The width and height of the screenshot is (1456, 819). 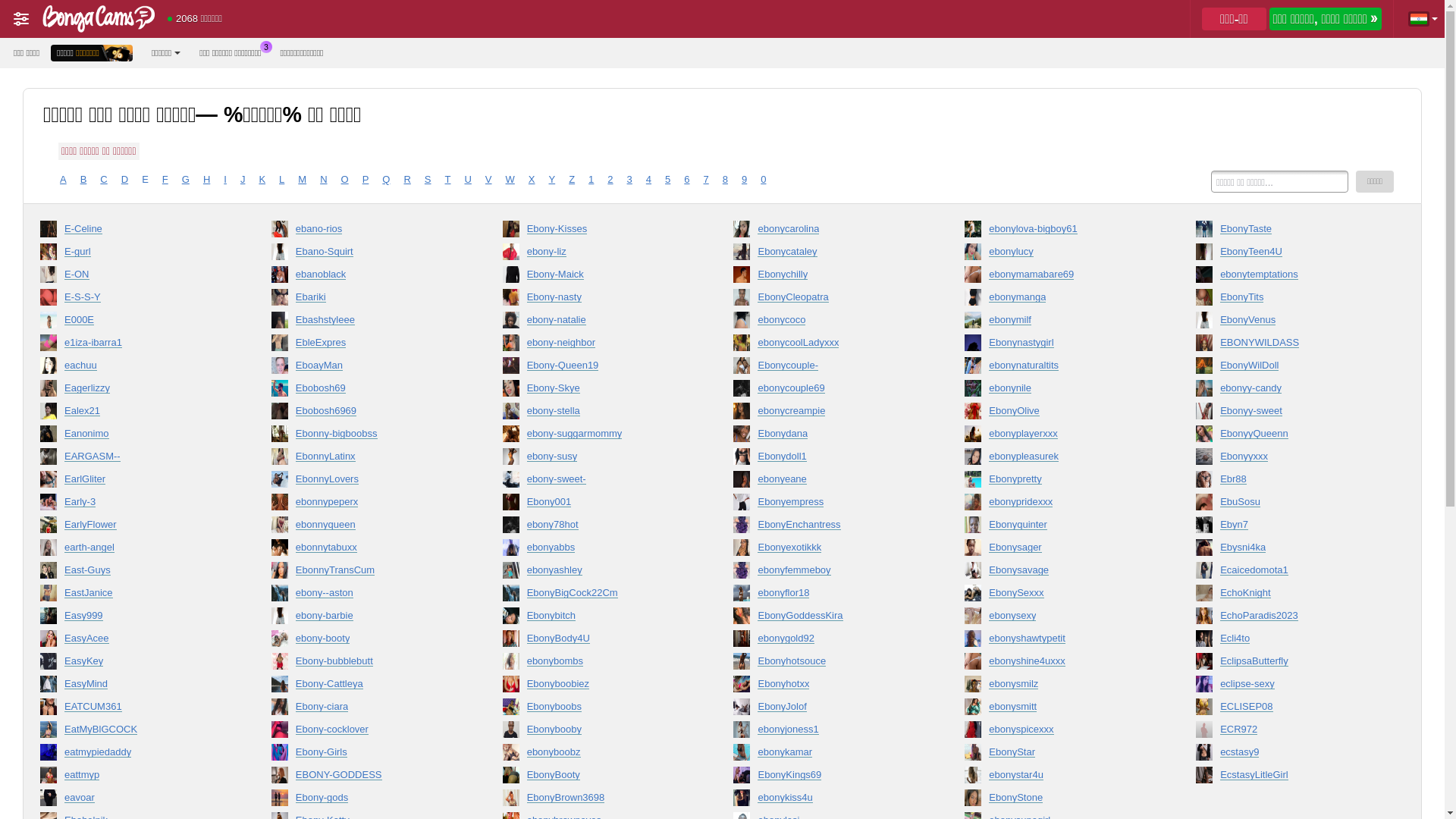 What do you see at coordinates (607, 178) in the screenshot?
I see `'2'` at bounding box center [607, 178].